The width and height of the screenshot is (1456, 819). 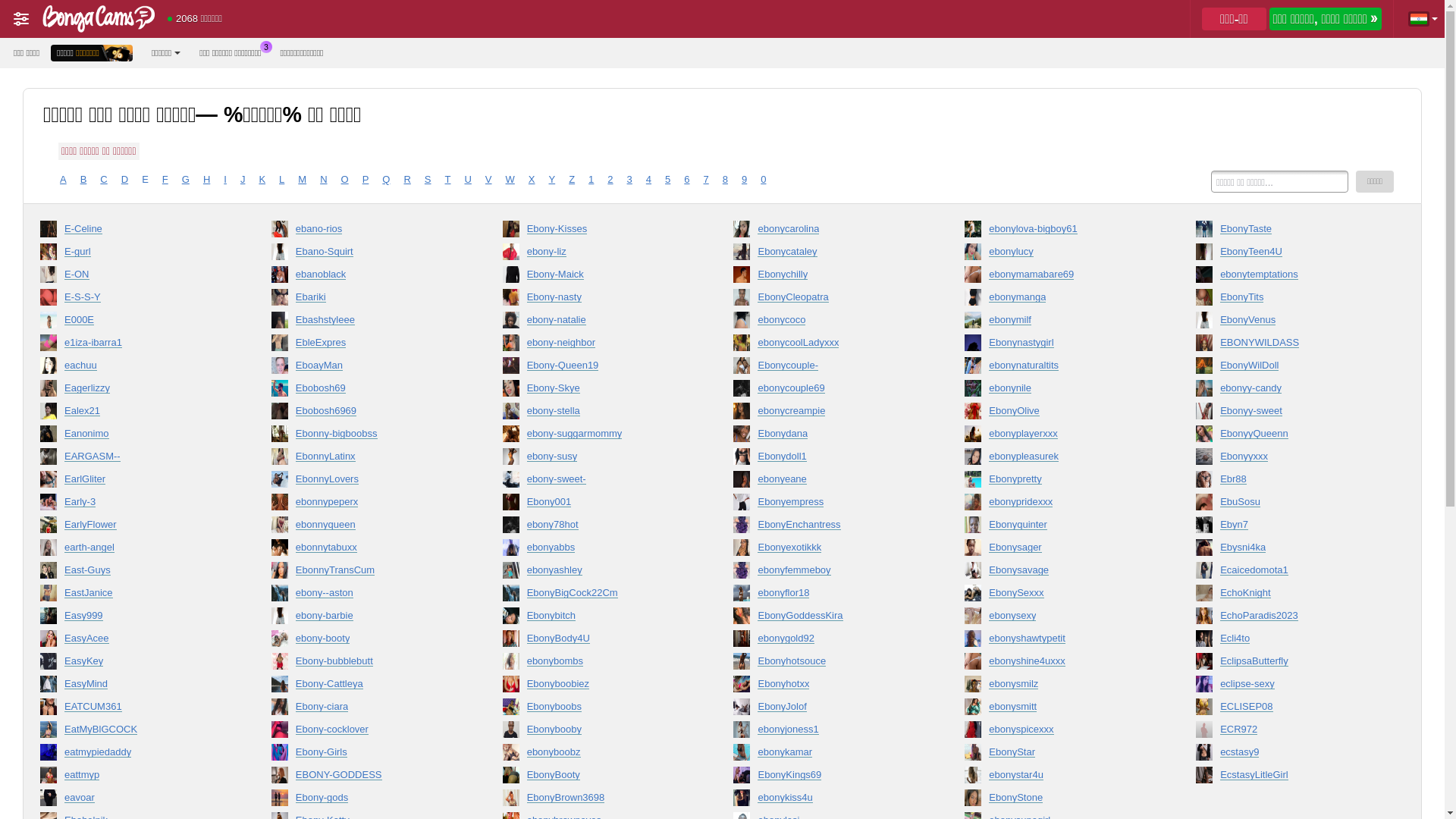 What do you see at coordinates (607, 178) in the screenshot?
I see `'2'` at bounding box center [607, 178].